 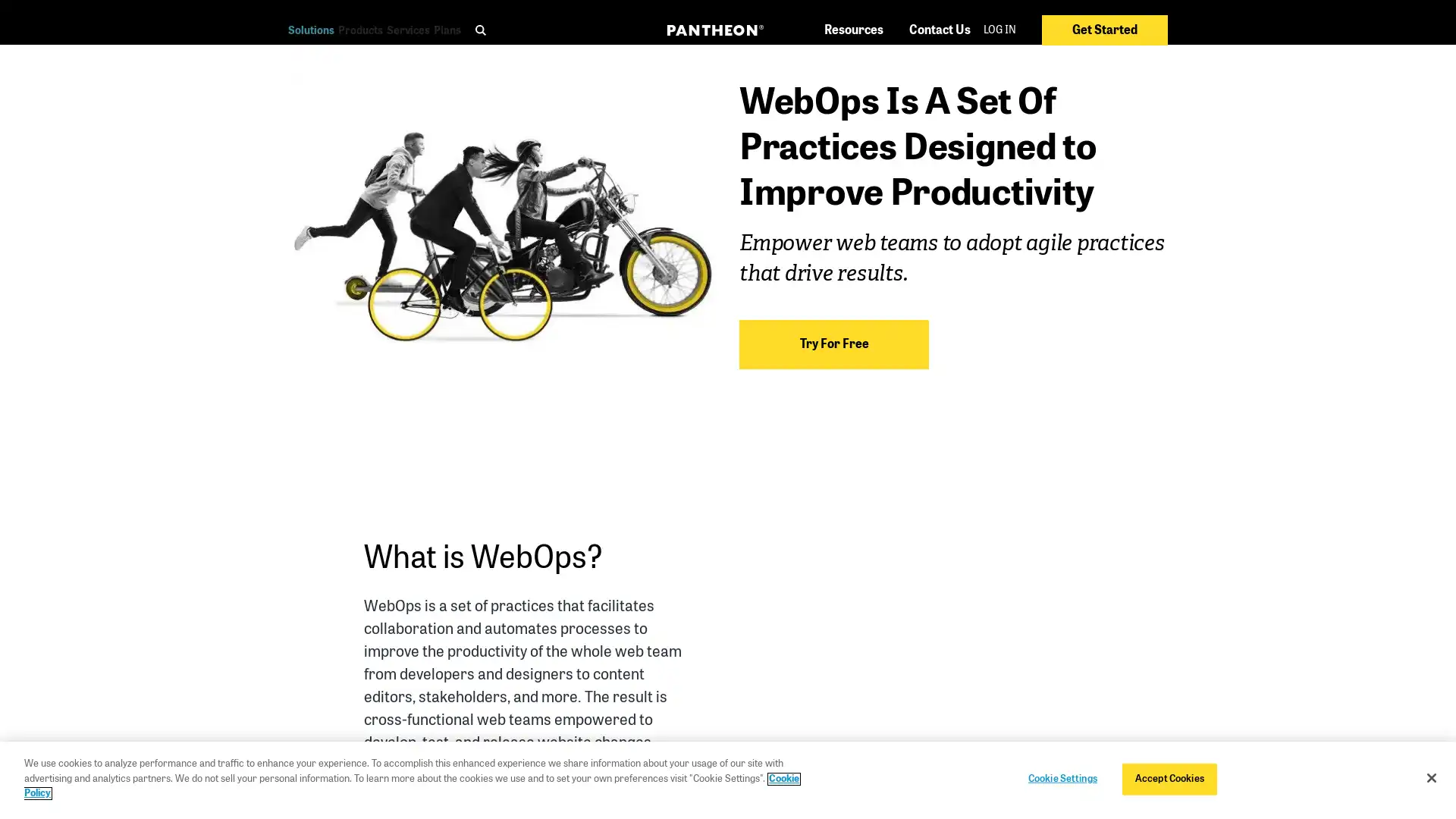 What do you see at coordinates (1168, 778) in the screenshot?
I see `Accept Cookies` at bounding box center [1168, 778].